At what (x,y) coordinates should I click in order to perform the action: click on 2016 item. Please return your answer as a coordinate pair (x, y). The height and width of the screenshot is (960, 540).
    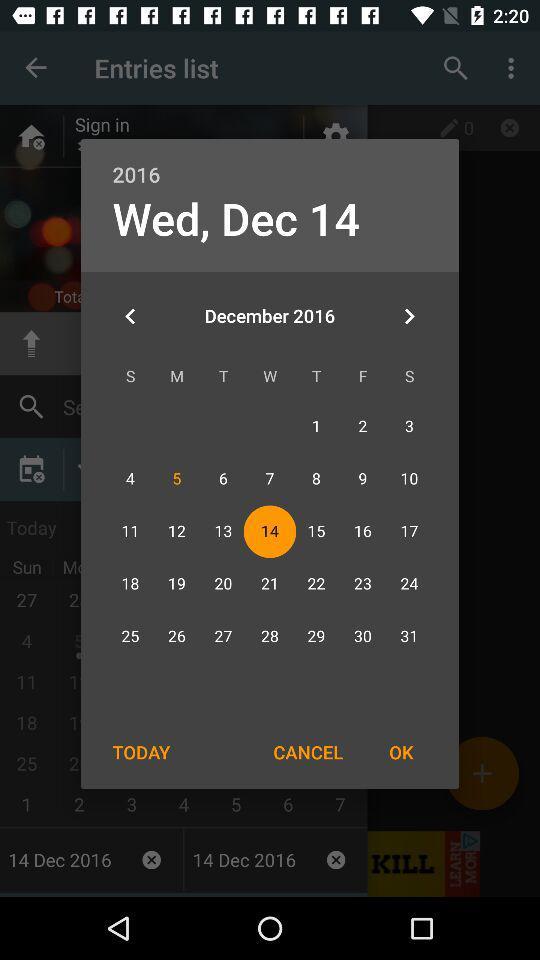
    Looking at the image, I should click on (270, 162).